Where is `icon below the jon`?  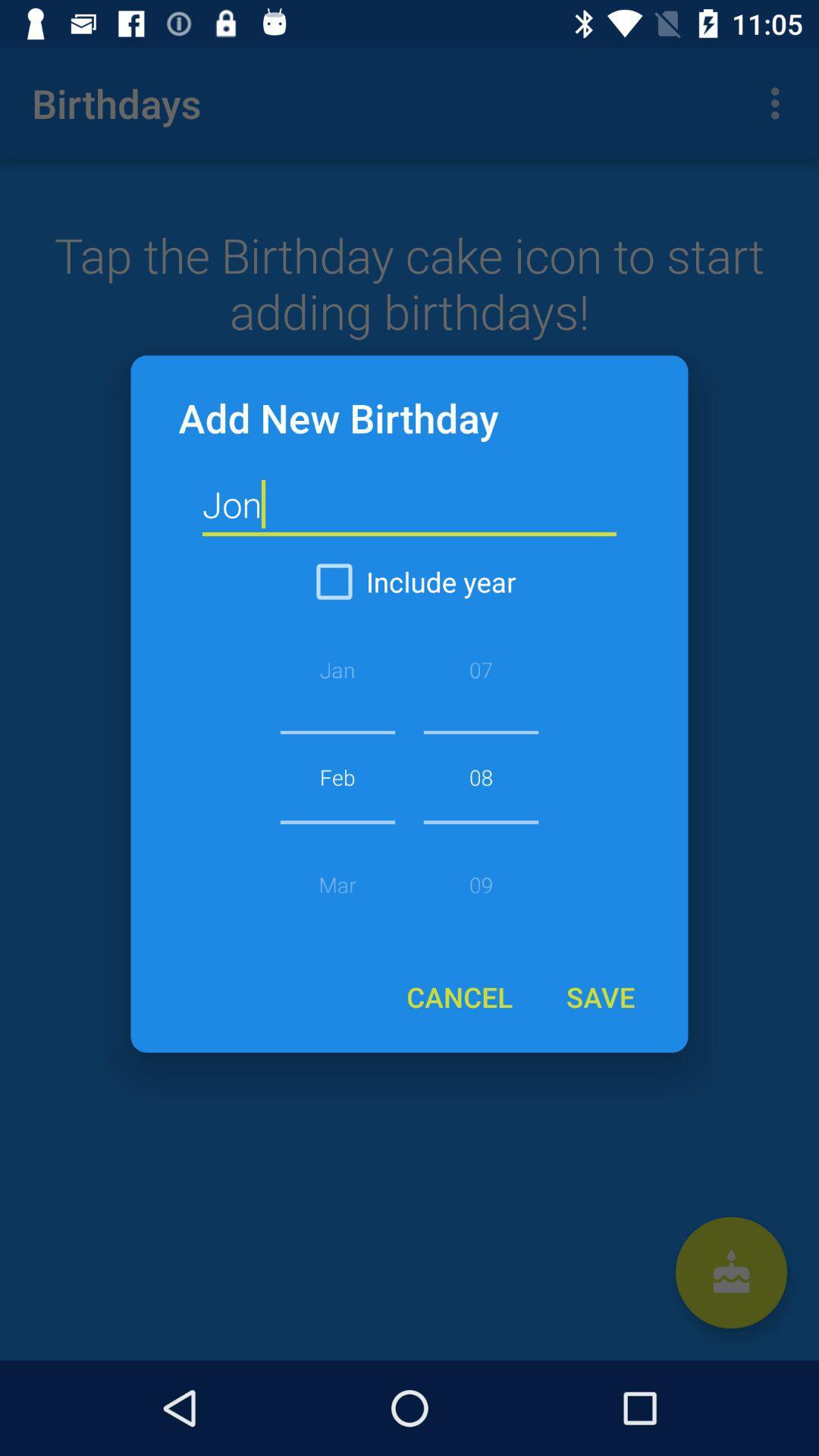
icon below the jon is located at coordinates (409, 581).